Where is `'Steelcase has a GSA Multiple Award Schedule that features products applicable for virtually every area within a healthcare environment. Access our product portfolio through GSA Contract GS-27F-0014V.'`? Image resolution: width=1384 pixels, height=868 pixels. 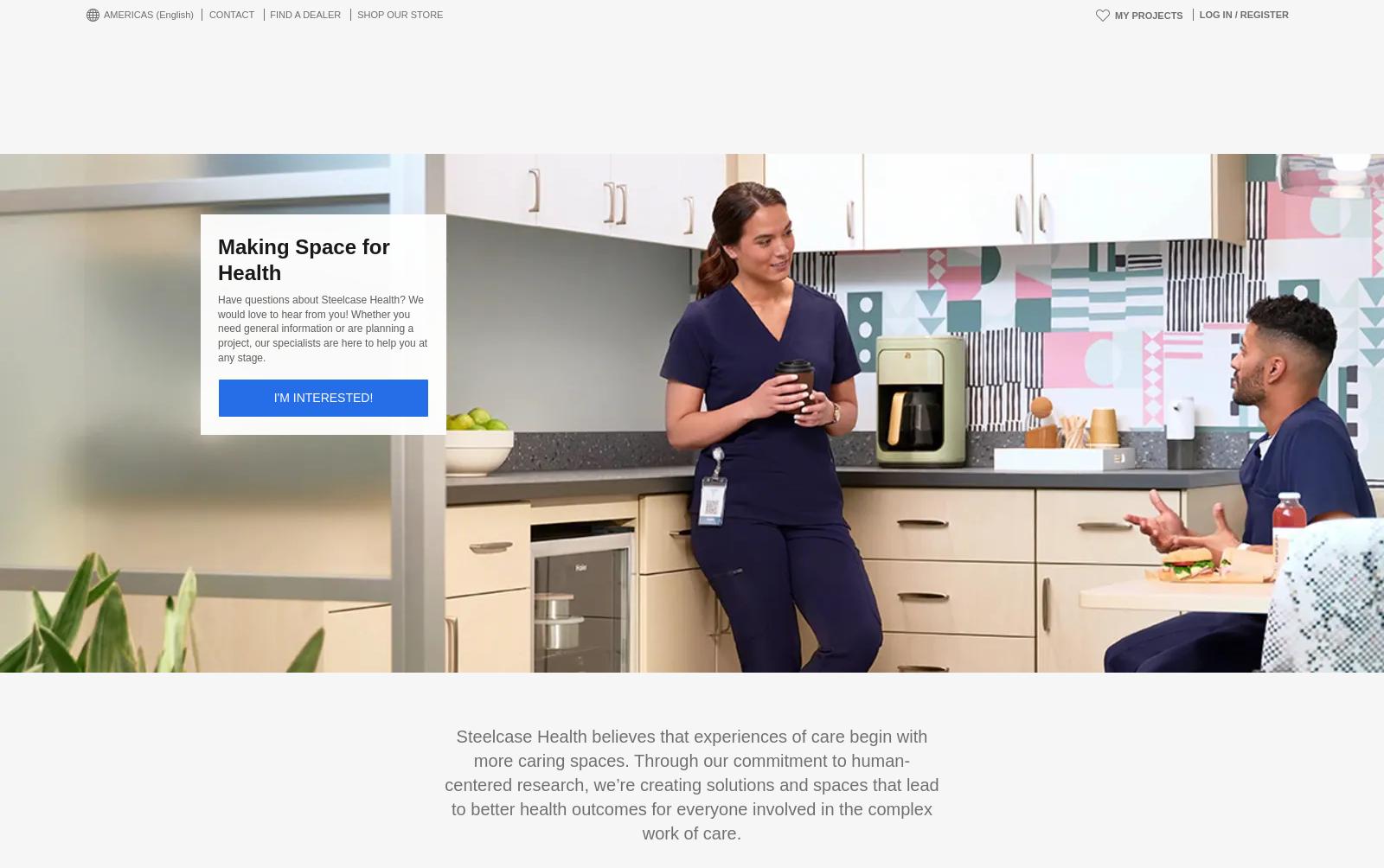 'Steelcase has a GSA Multiple Award Schedule that features products applicable for virtually every area within a healthcare environment. Access our product portfolio through GSA Contract GS-27F-0014V.' is located at coordinates (691, 764).